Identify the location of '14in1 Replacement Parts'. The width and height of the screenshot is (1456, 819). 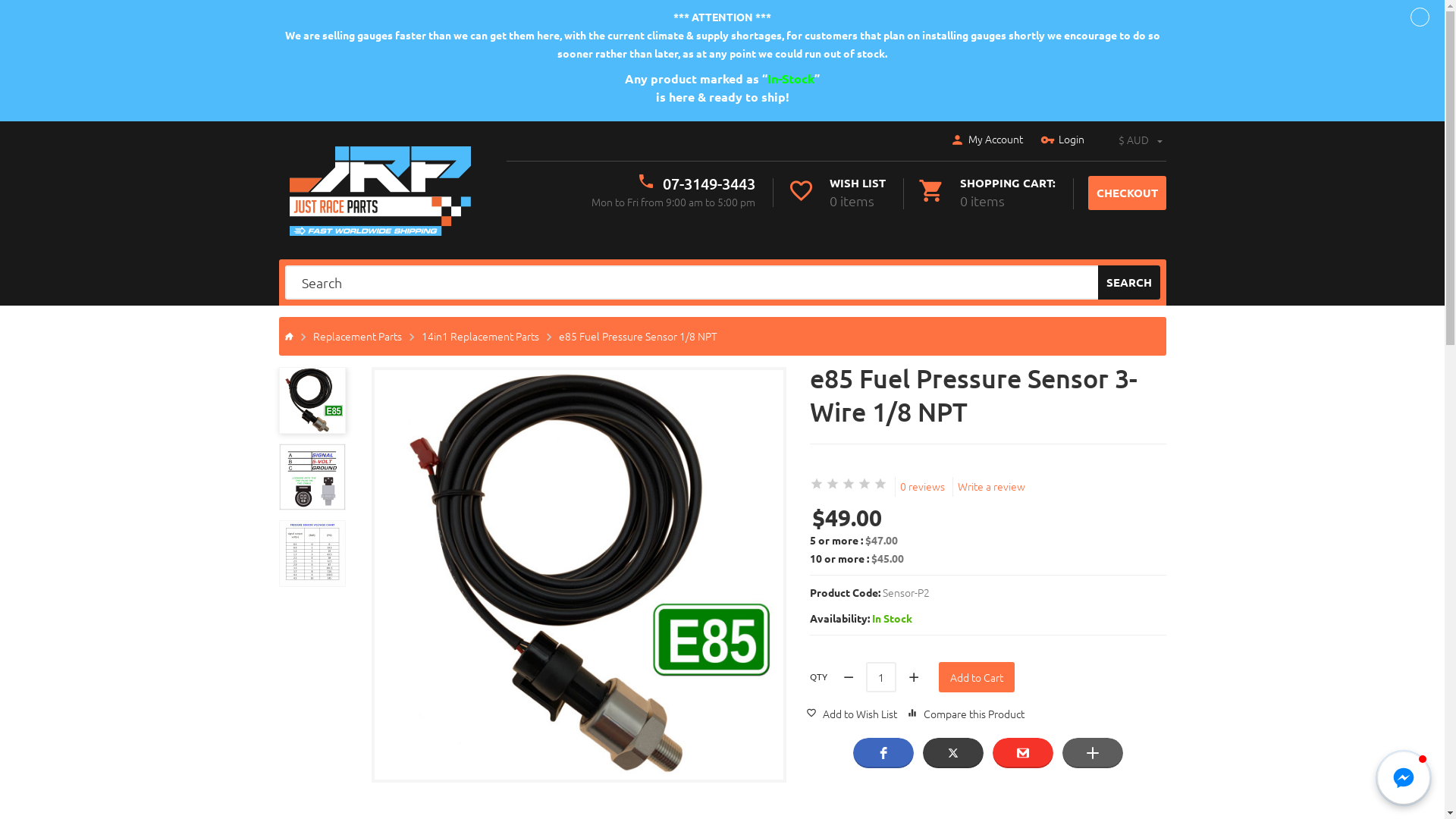
(479, 335).